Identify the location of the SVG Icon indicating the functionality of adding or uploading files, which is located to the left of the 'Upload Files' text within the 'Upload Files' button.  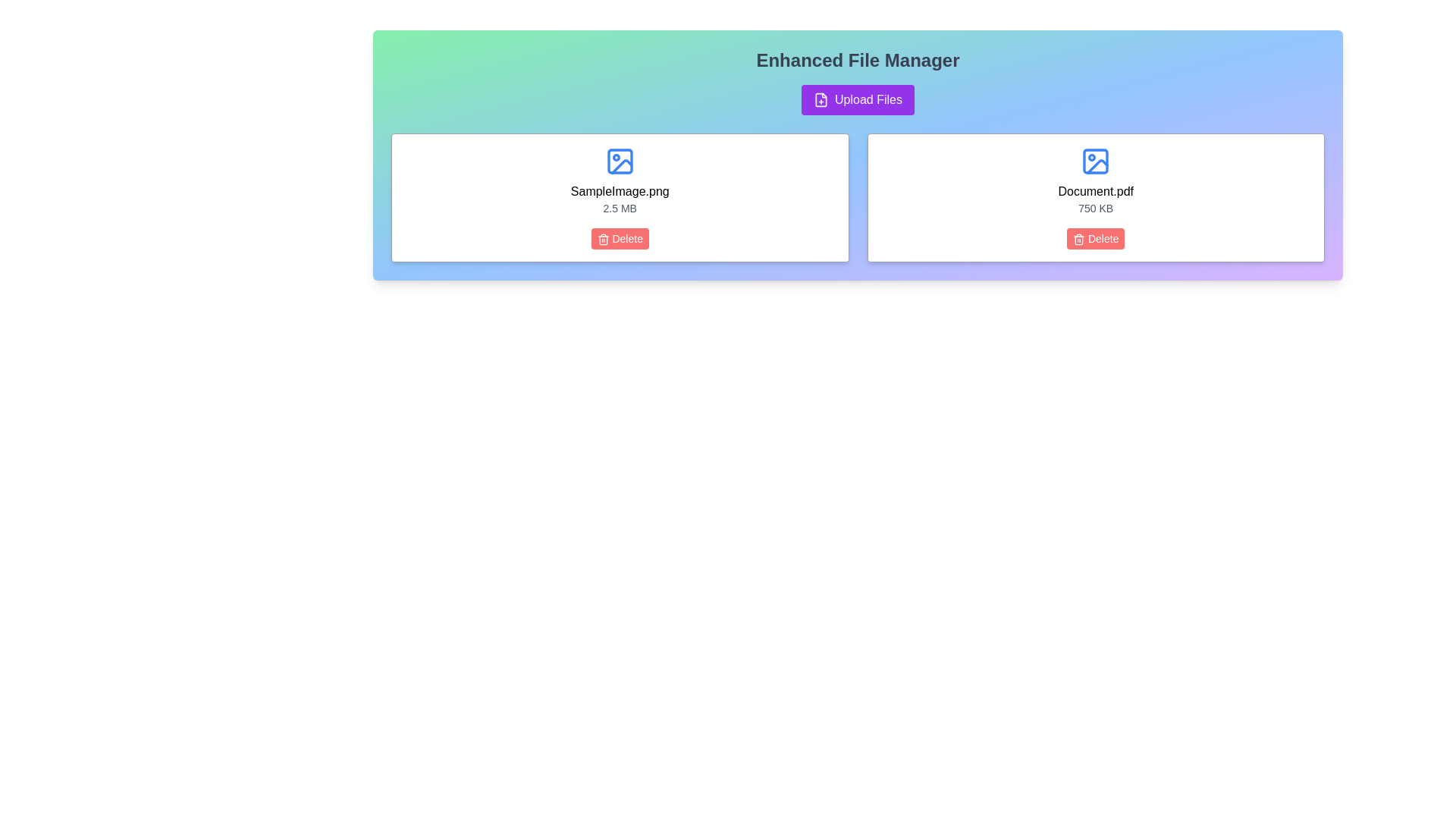
(821, 99).